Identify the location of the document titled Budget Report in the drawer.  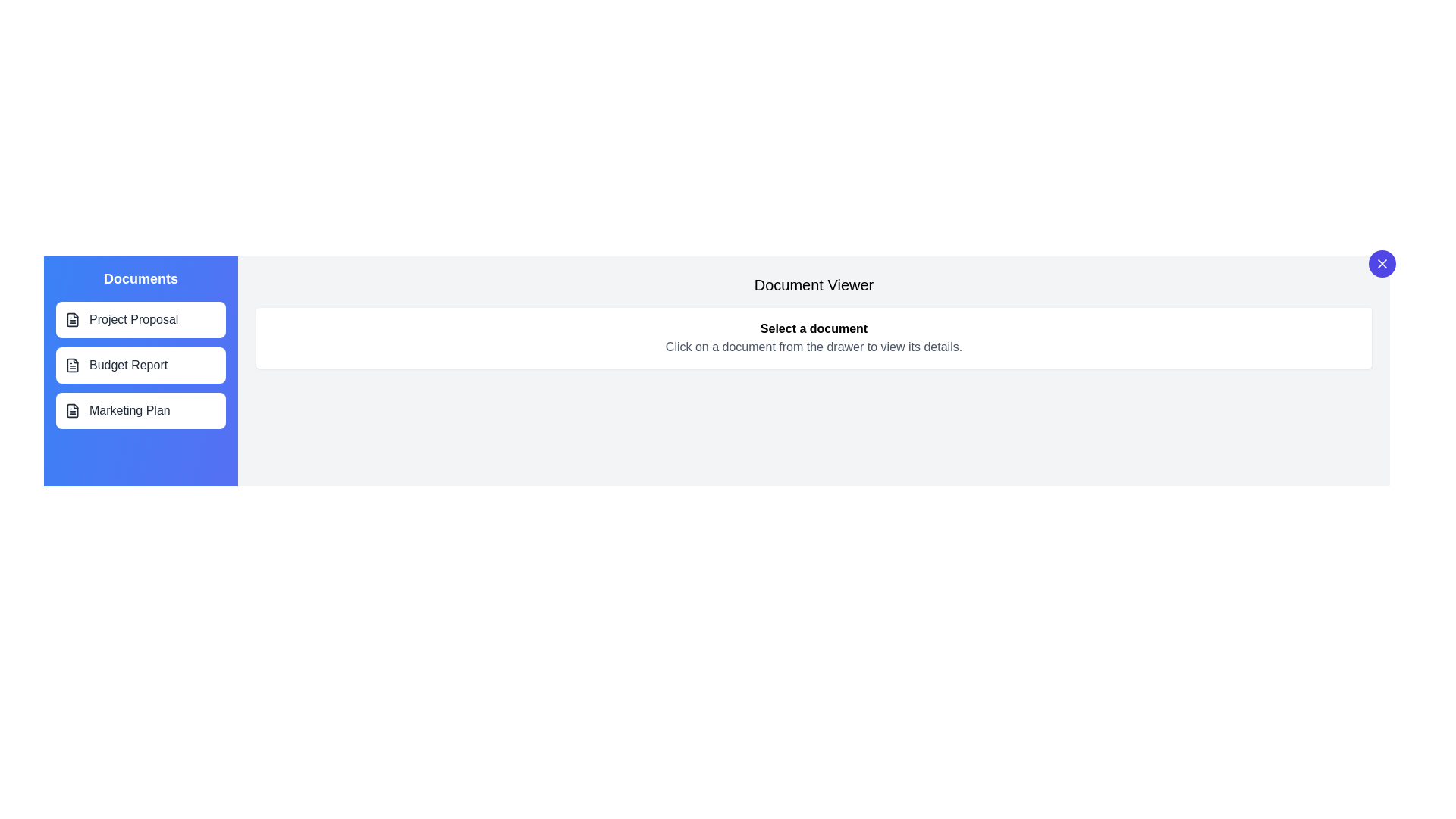
(141, 366).